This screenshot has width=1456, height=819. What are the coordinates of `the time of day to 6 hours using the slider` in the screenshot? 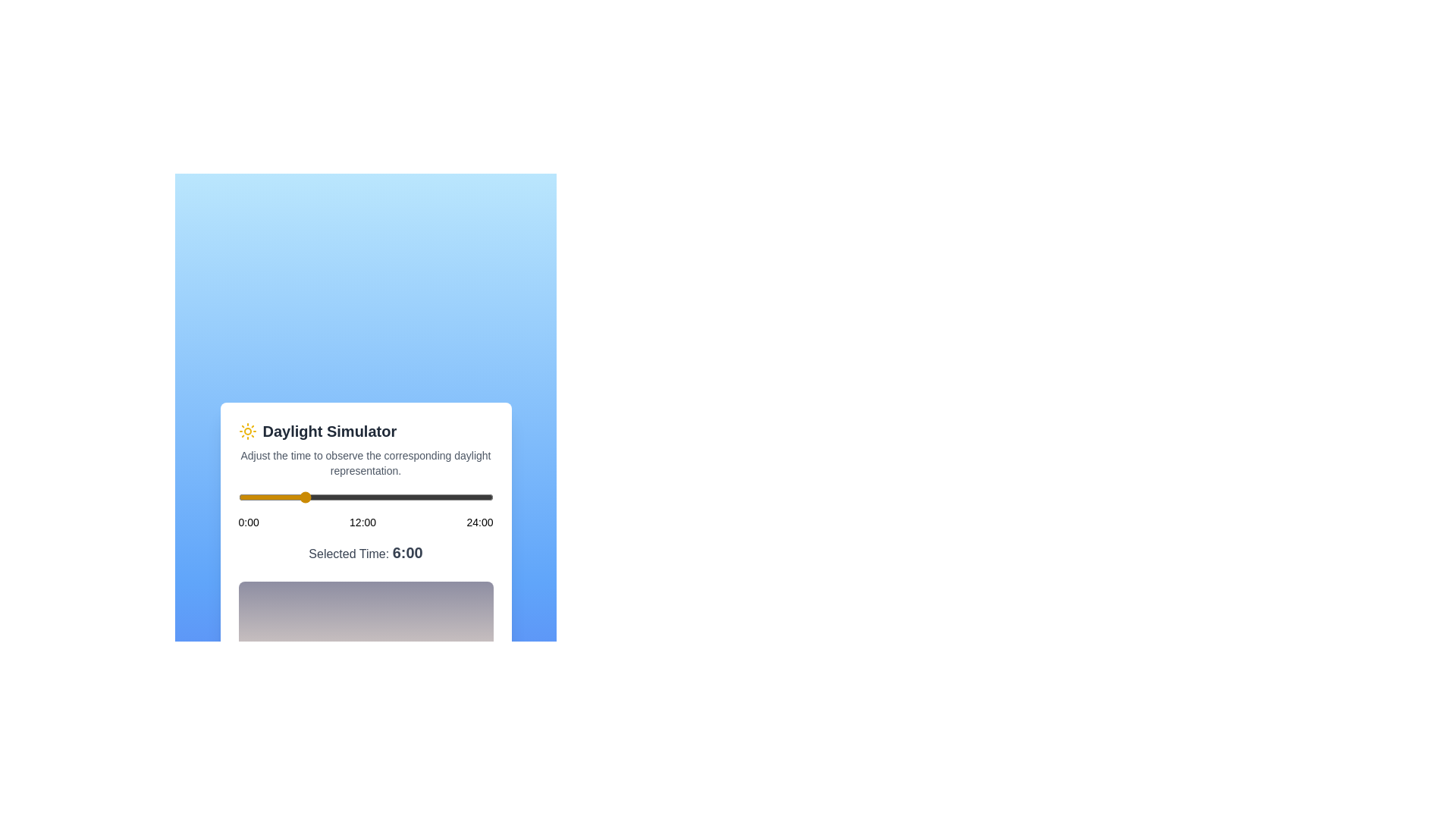 It's located at (302, 497).